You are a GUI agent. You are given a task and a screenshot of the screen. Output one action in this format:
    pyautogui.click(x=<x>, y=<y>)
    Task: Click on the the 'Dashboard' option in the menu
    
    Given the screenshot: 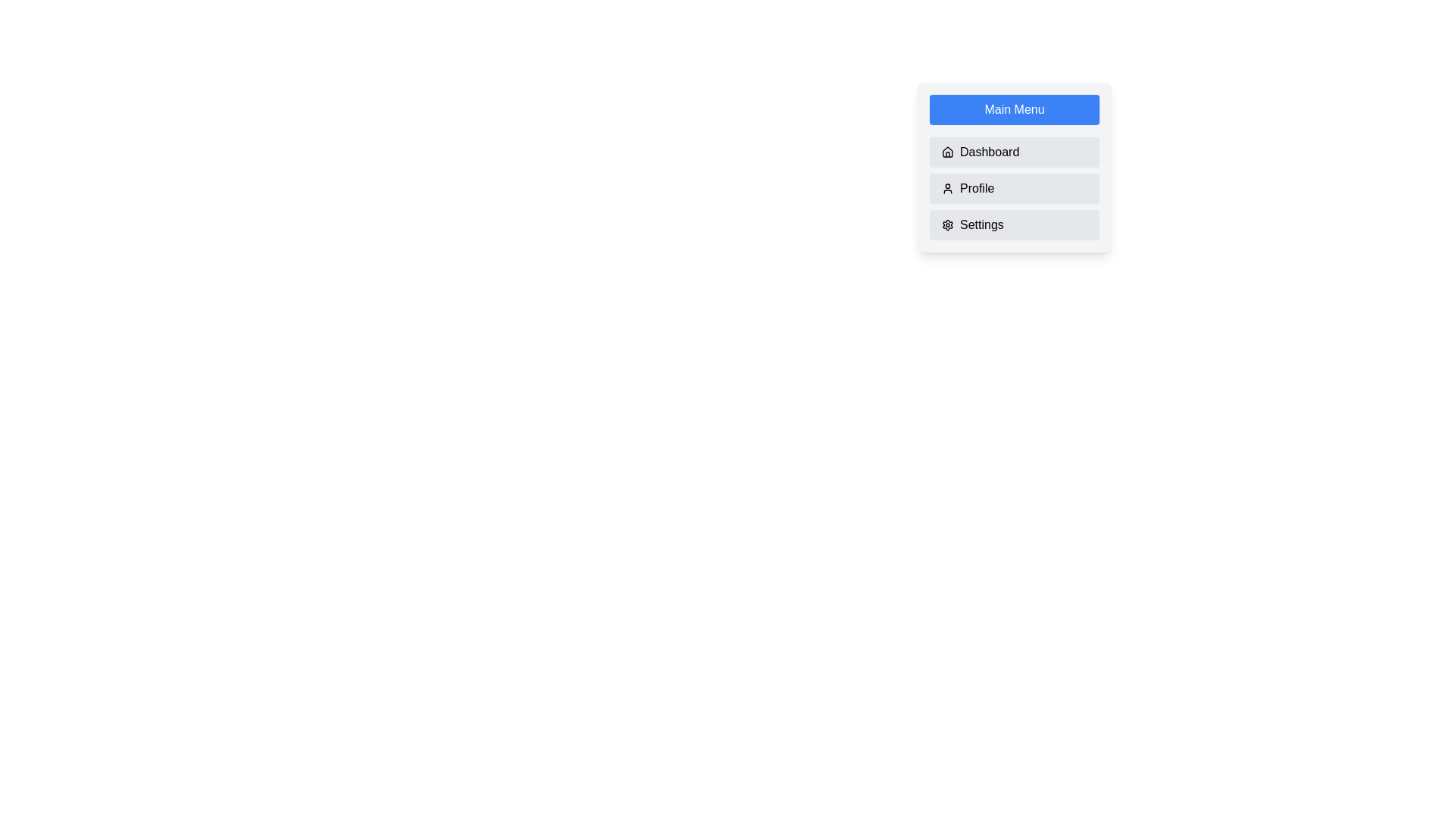 What is the action you would take?
    pyautogui.click(x=1015, y=152)
    